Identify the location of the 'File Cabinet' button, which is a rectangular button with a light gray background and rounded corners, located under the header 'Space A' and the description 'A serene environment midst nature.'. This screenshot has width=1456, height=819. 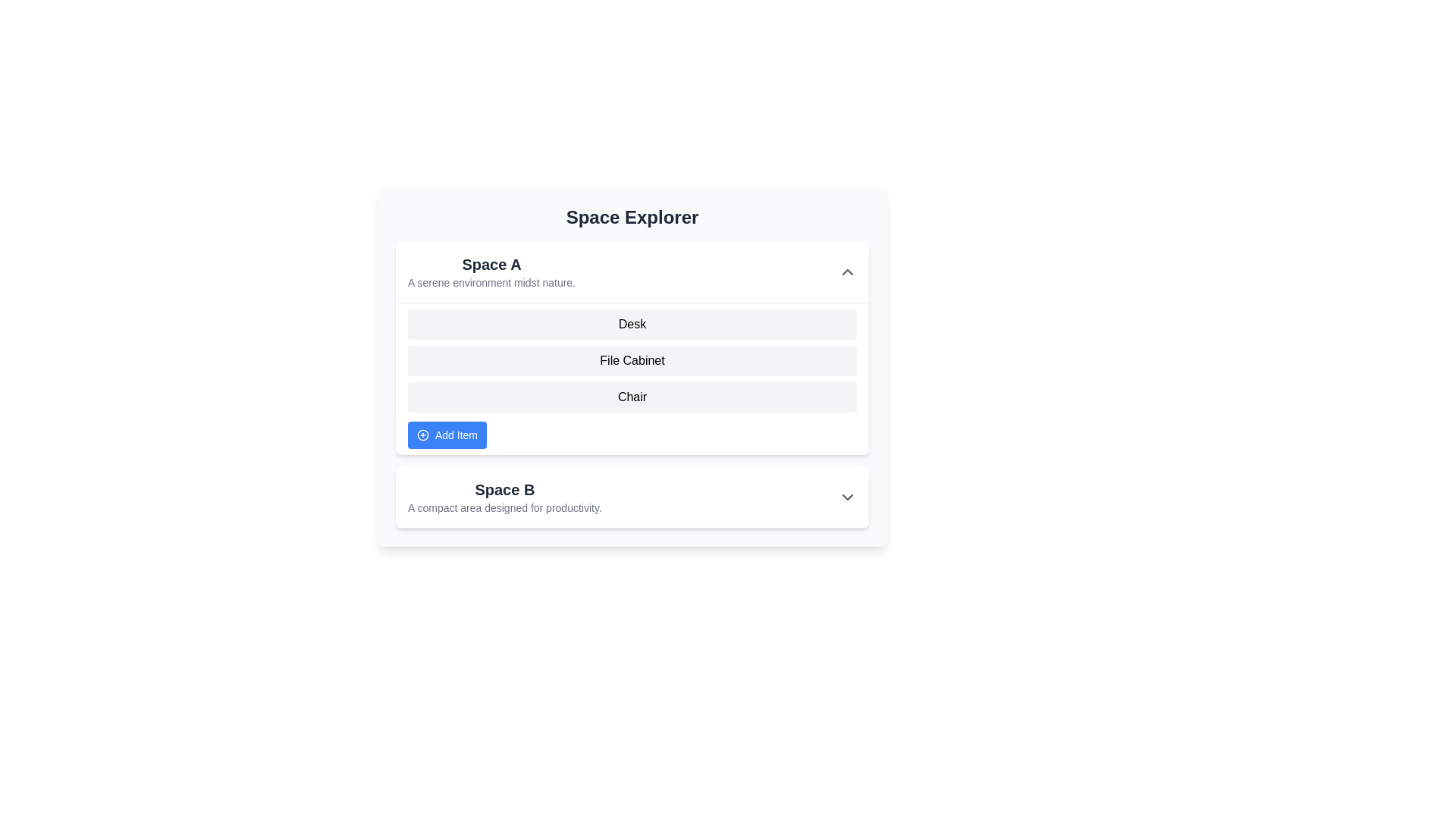
(632, 366).